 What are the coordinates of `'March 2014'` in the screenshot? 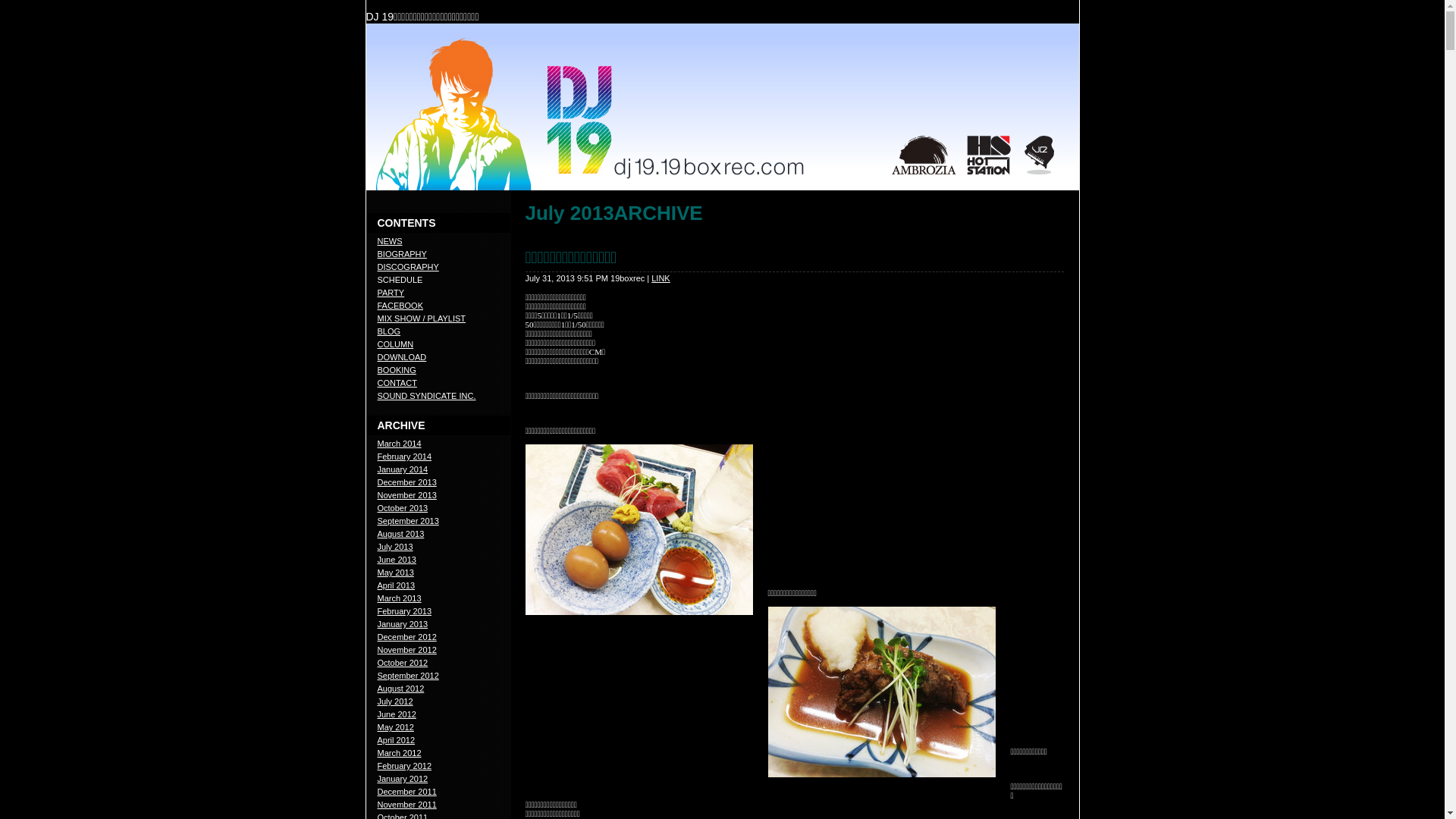 It's located at (378, 444).